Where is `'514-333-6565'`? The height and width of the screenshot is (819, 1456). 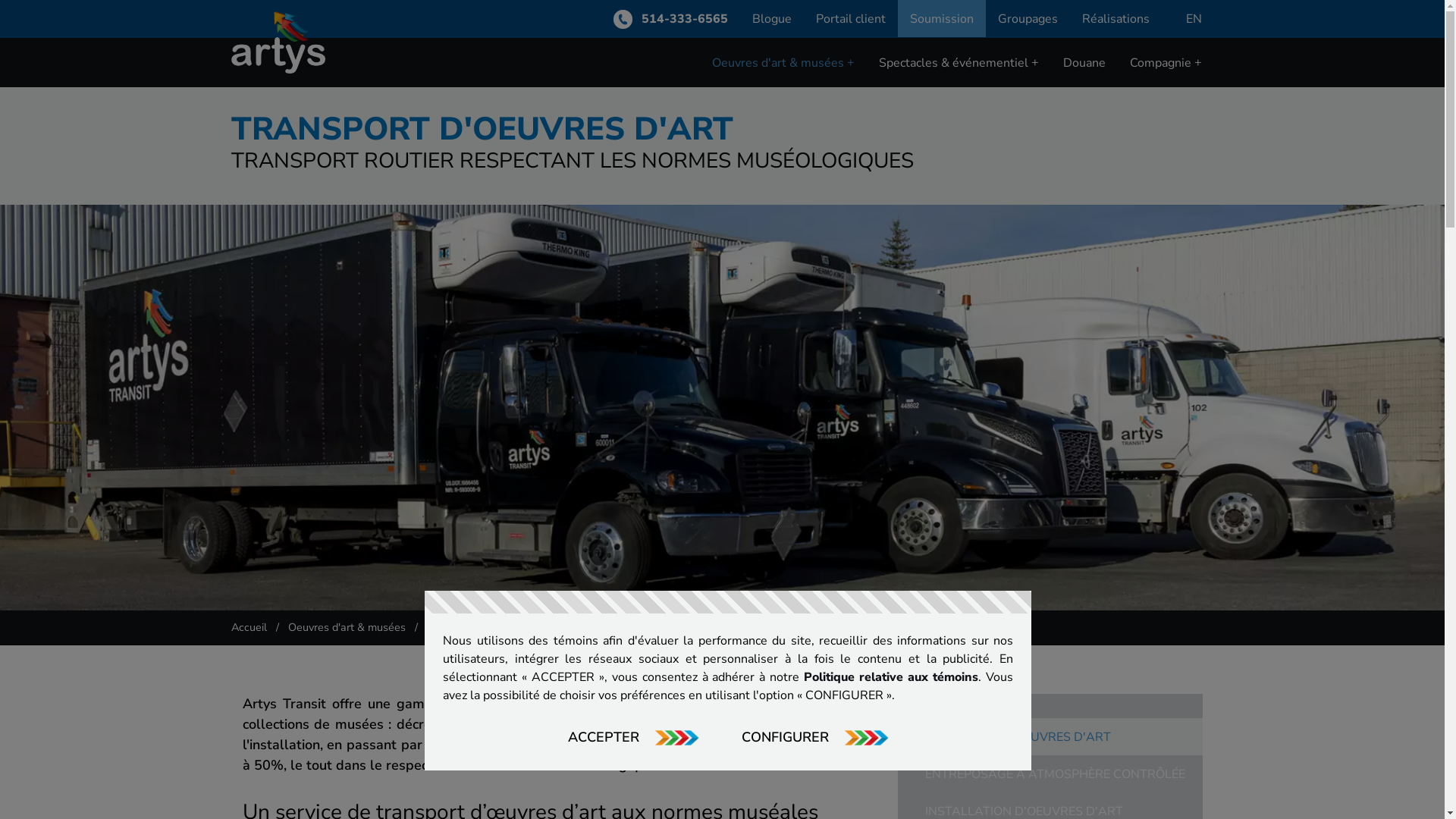 '514-333-6565' is located at coordinates (669, 18).